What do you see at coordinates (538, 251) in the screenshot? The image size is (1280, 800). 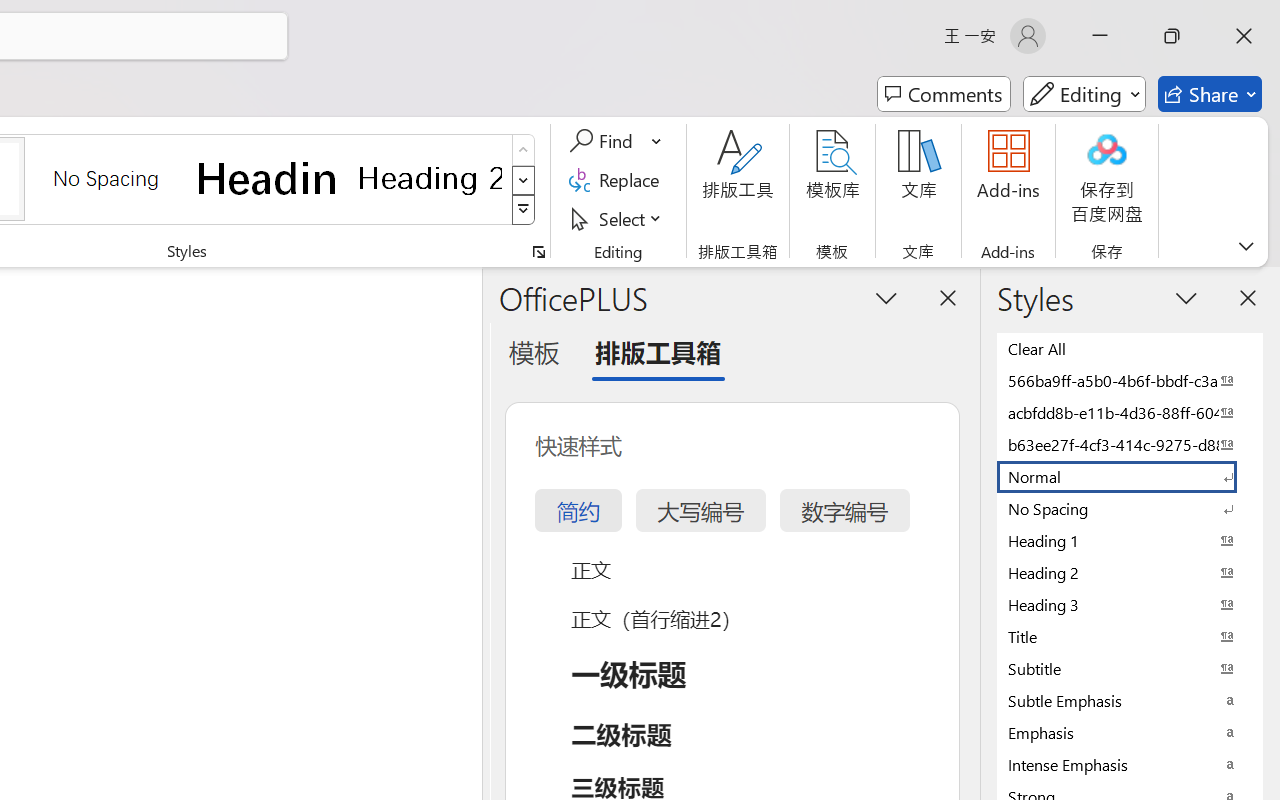 I see `'Styles...'` at bounding box center [538, 251].